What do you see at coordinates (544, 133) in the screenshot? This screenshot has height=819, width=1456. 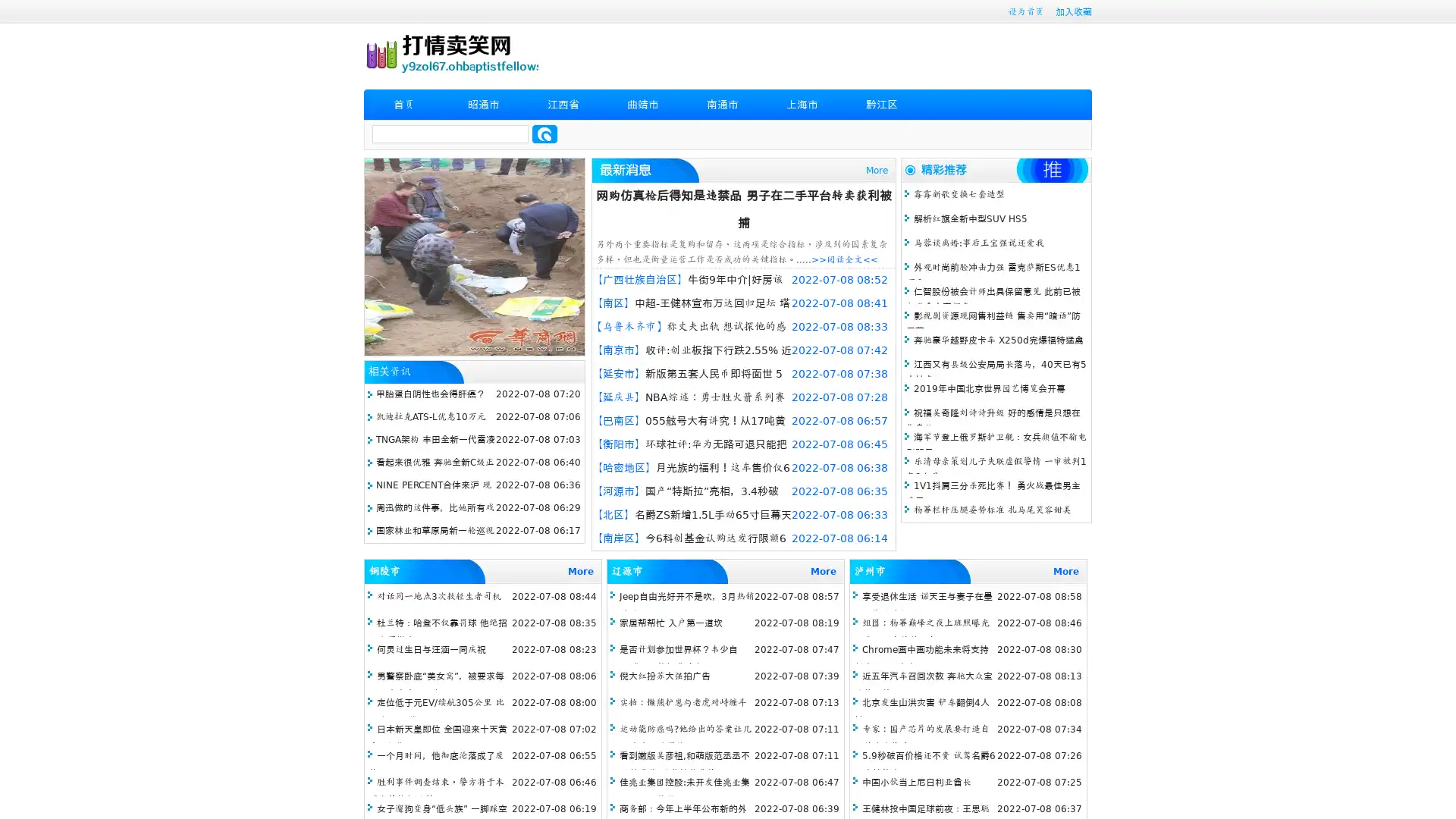 I see `Search` at bounding box center [544, 133].